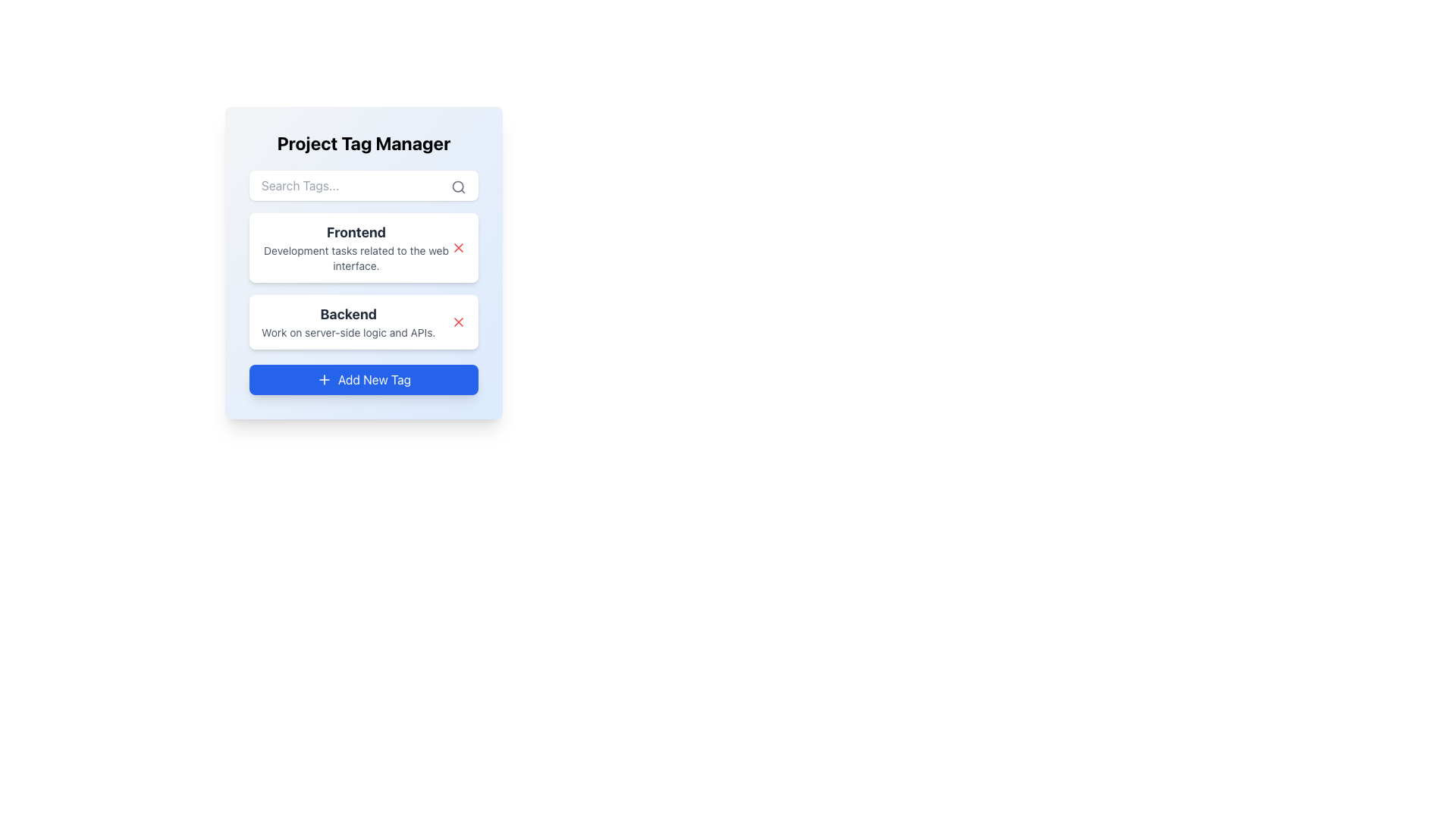  I want to click on bold, black textual label that says 'Frontend', which is located at the top of a list item within a card interface, so click(356, 233).